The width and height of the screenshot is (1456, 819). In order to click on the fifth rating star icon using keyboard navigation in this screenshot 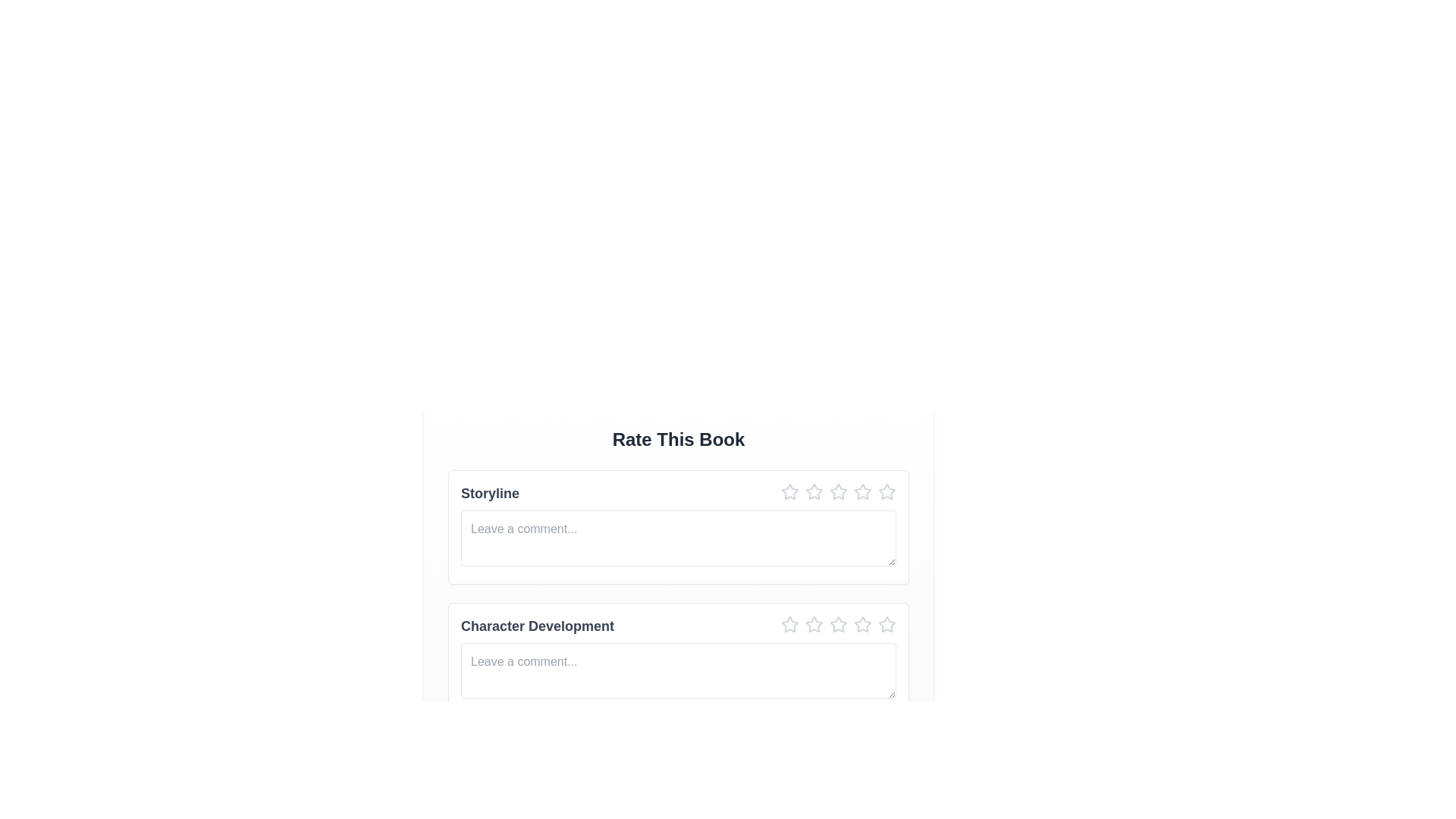, I will do `click(862, 624)`.